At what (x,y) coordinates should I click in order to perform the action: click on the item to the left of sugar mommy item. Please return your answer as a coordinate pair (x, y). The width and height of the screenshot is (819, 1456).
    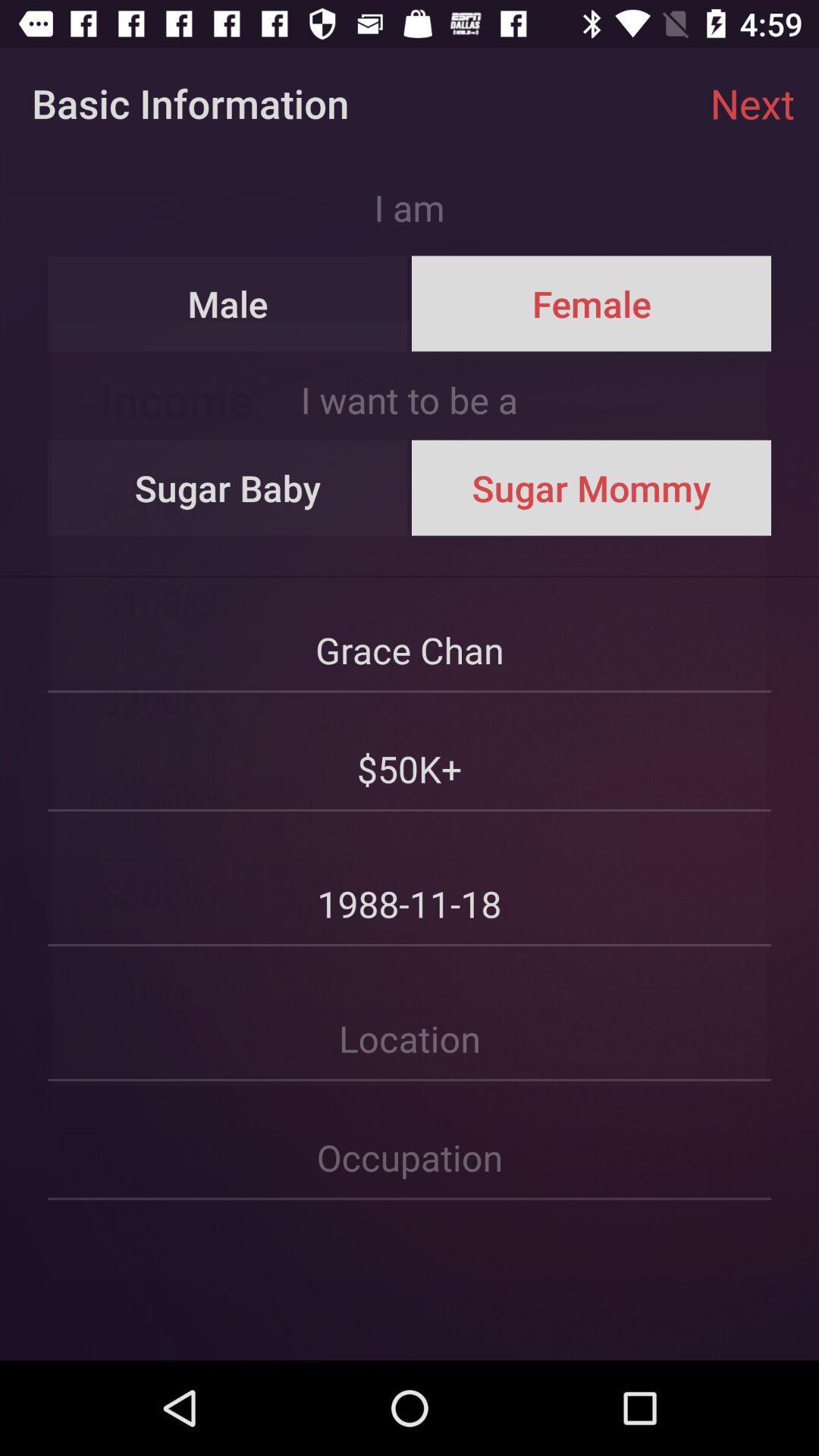
    Looking at the image, I should click on (227, 488).